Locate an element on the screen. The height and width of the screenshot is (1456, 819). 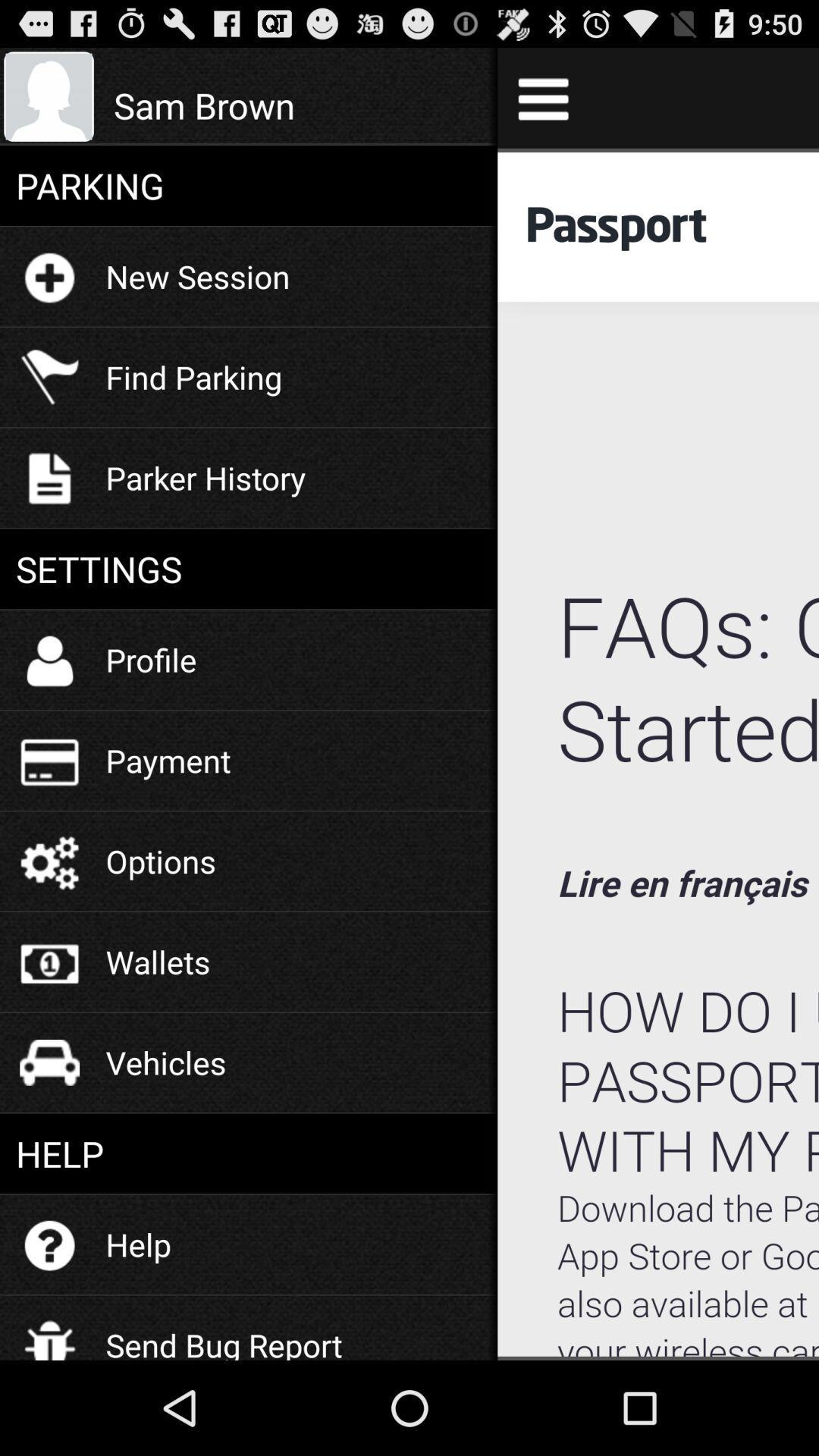
the send bug report icon is located at coordinates (224, 1333).